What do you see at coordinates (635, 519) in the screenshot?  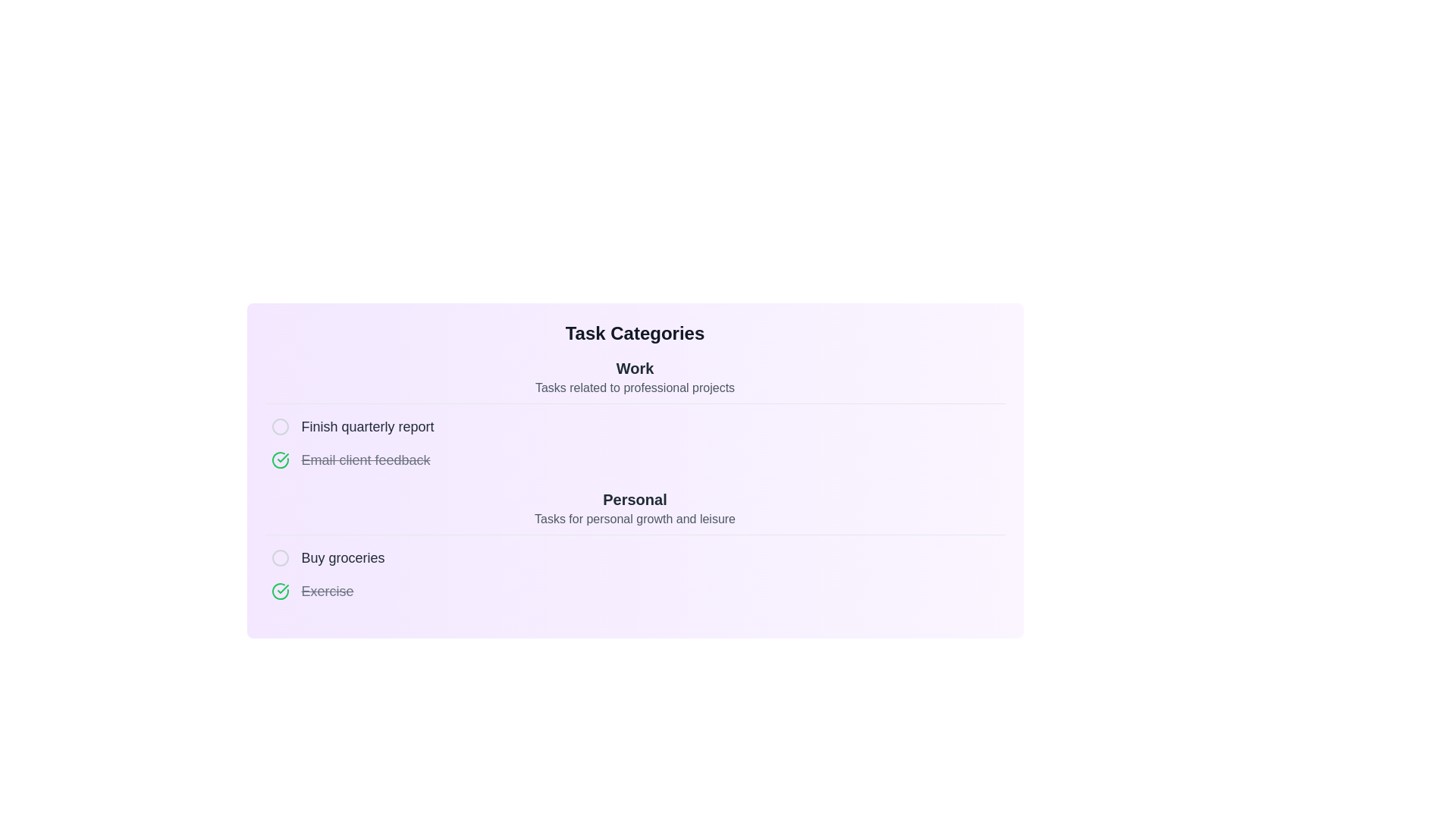 I see `the static text label providing context for the 'Personal' category, located below the bold heading 'Personal'` at bounding box center [635, 519].